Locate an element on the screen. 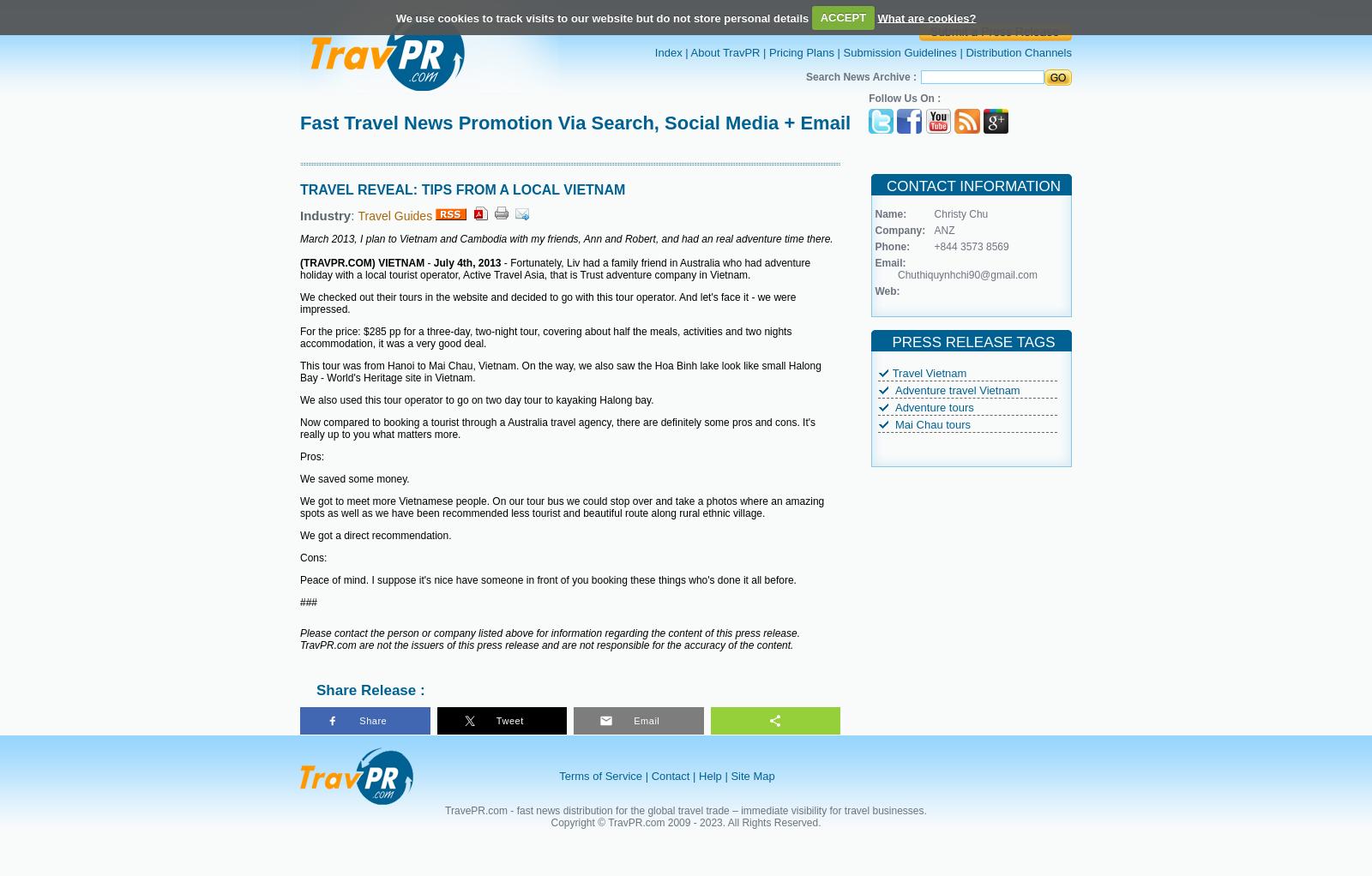 This screenshot has height=876, width=1372. 'Fast Travel News Promotion Via Search, Social Media + Email' is located at coordinates (575, 122).